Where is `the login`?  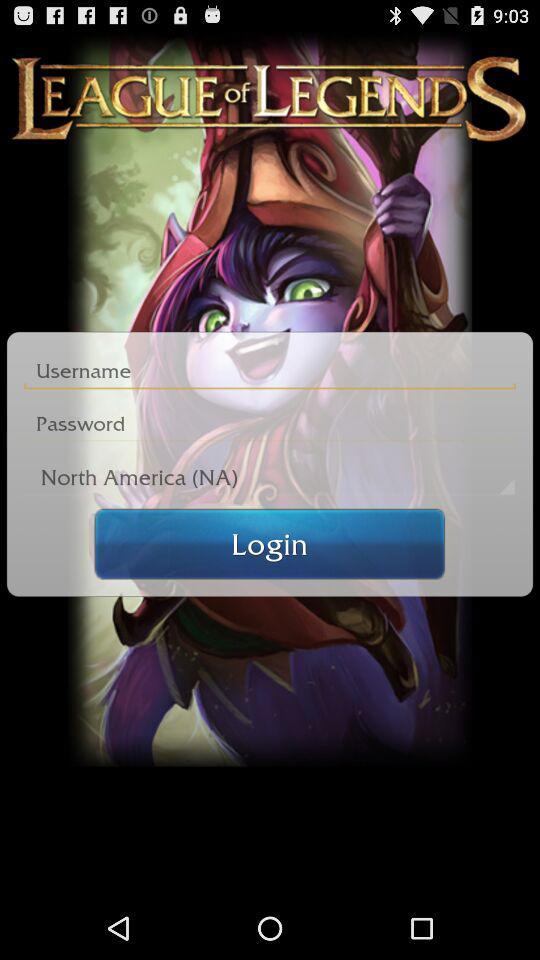
the login is located at coordinates (269, 543).